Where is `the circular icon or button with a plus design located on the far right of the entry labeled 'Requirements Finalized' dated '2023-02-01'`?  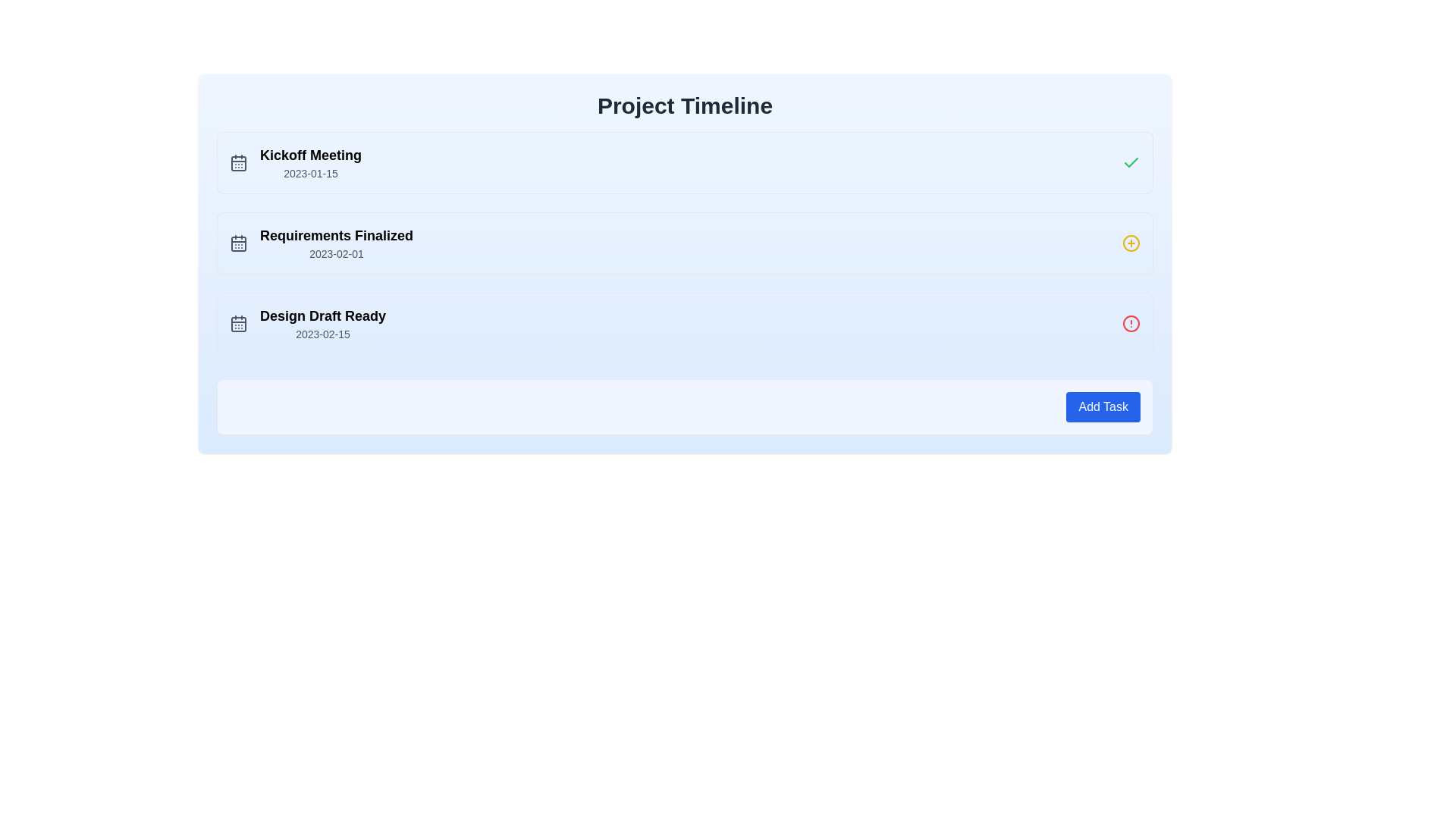
the circular icon or button with a plus design located on the far right of the entry labeled 'Requirements Finalized' dated '2023-02-01' is located at coordinates (1131, 242).